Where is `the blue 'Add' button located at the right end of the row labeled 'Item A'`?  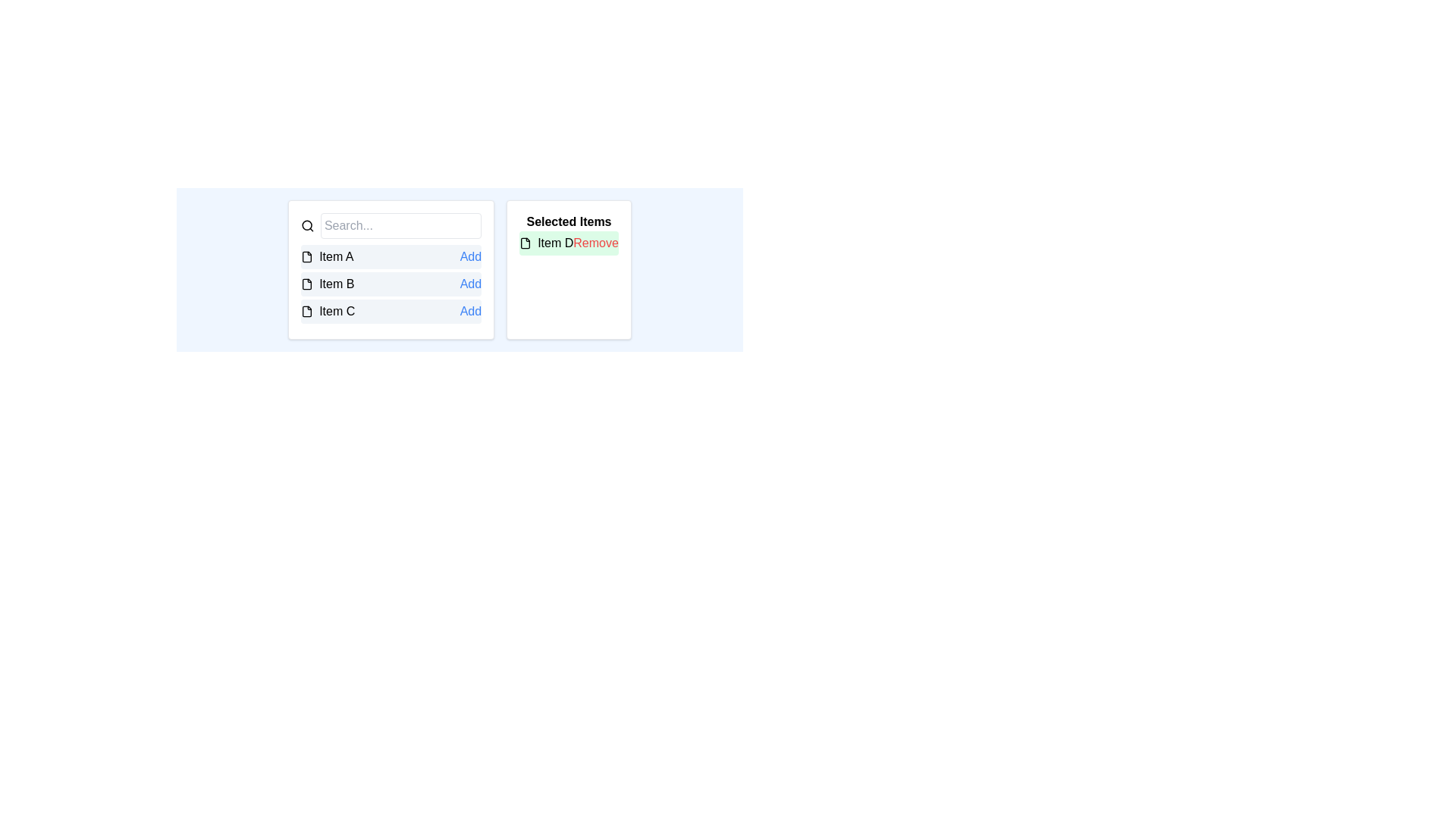 the blue 'Add' button located at the right end of the row labeled 'Item A' is located at coordinates (469, 256).